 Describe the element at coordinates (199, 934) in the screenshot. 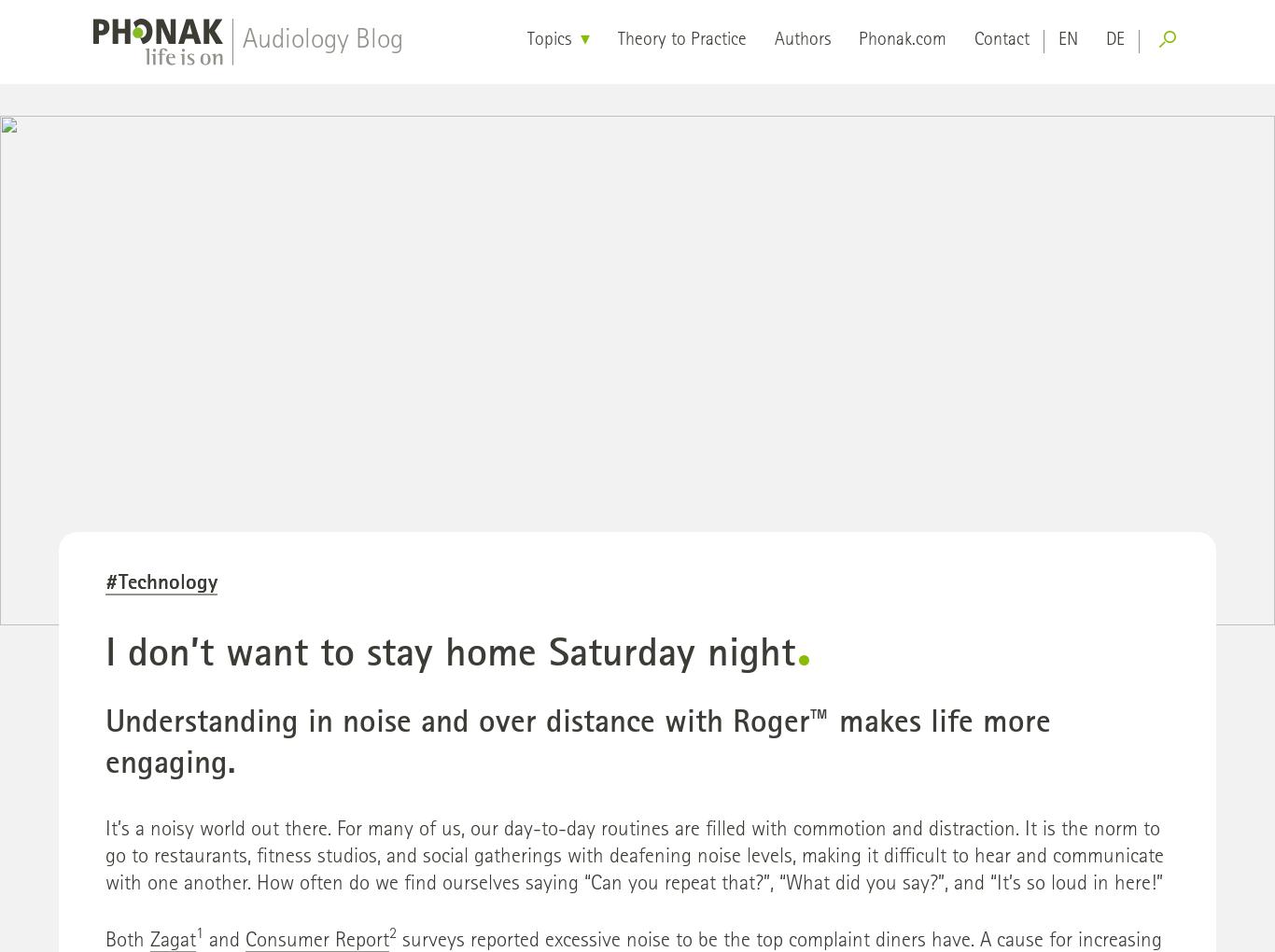

I see `'1'` at that location.